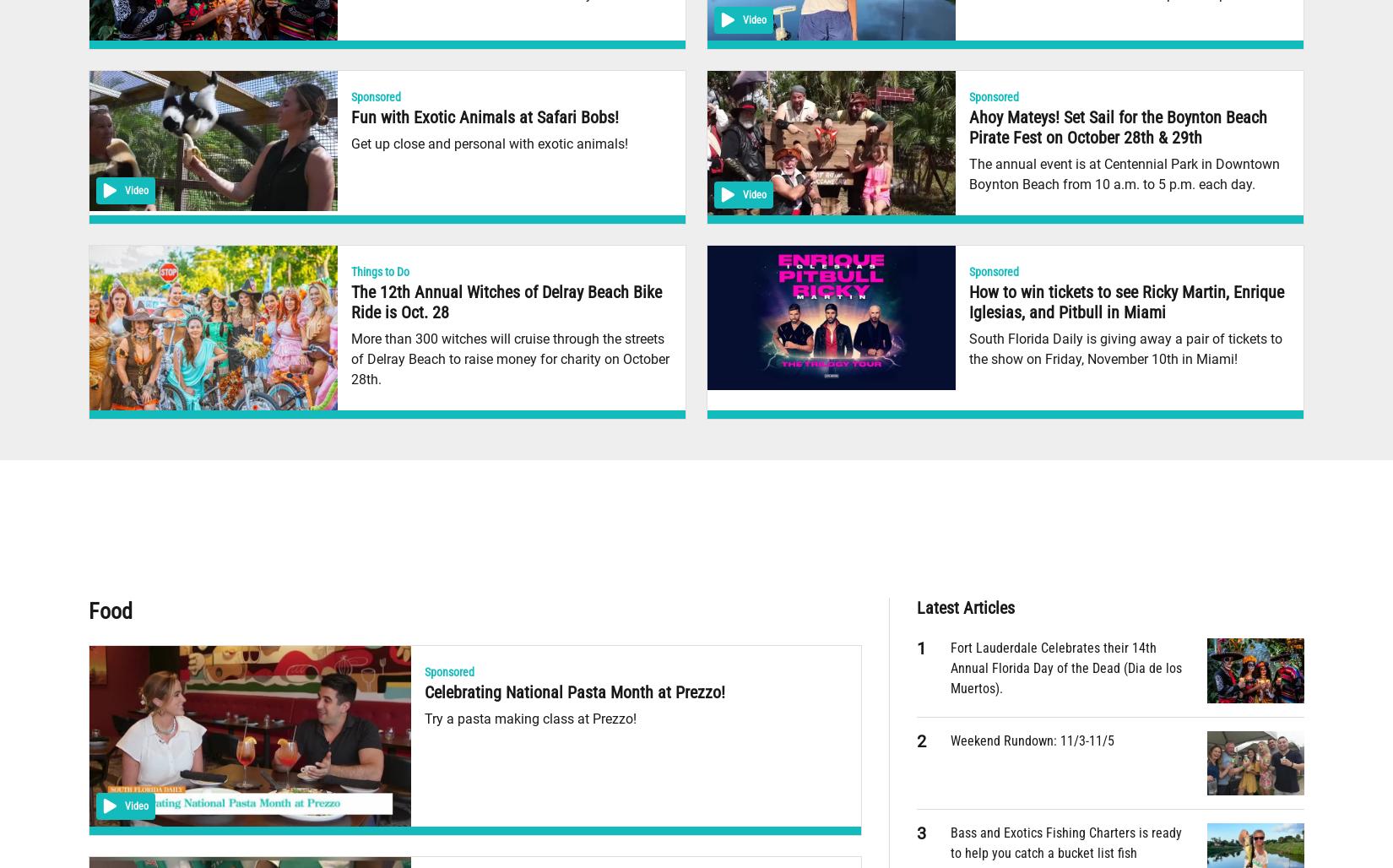 Image resolution: width=1393 pixels, height=868 pixels. I want to click on 'Fort Lauderdale Celebrates their 14th Annual Florida Day of the Dead (Dia de los Muertos).', so click(950, 668).